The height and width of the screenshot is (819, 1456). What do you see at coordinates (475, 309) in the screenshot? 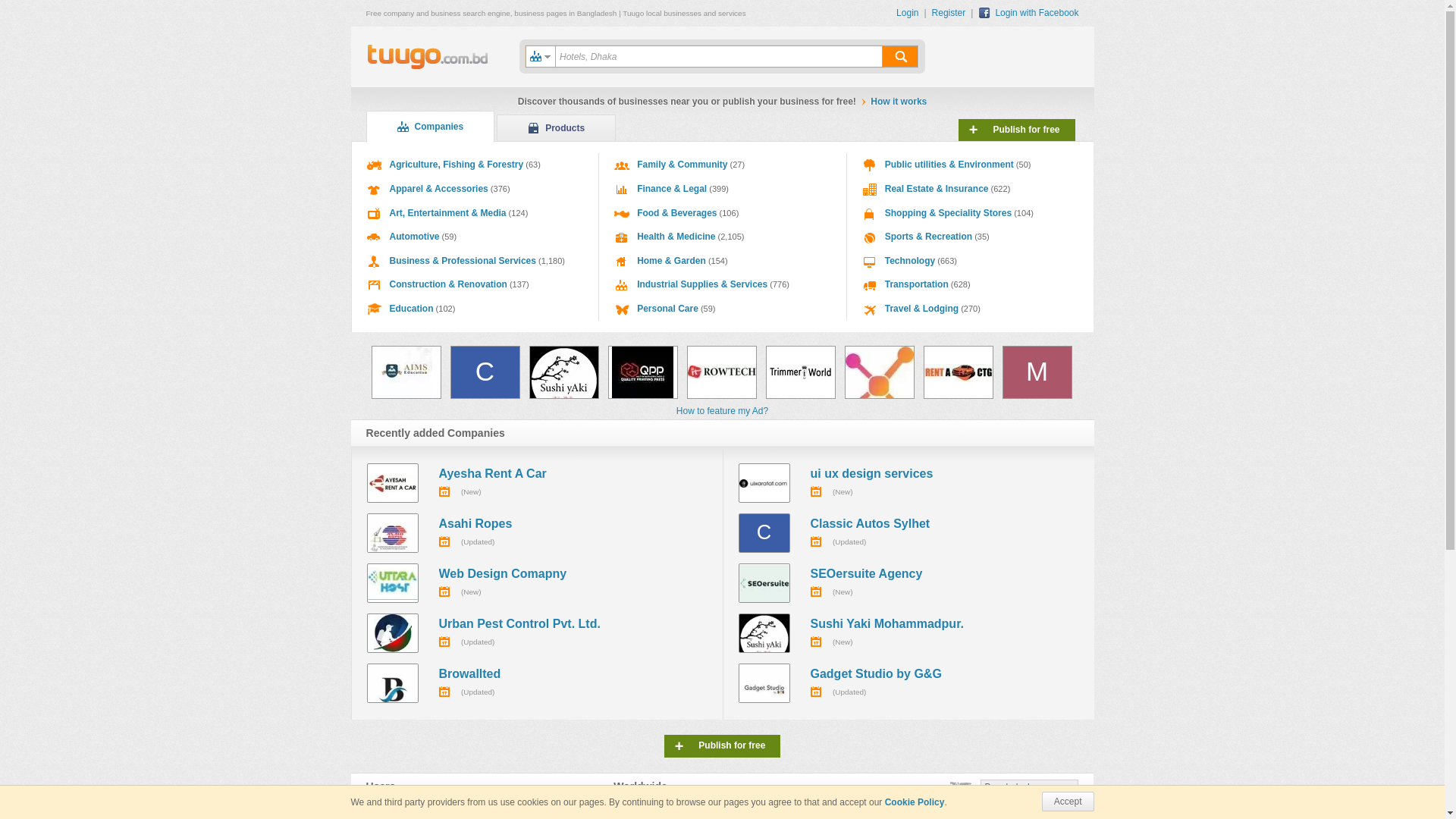
I see `' Education (102)'` at bounding box center [475, 309].